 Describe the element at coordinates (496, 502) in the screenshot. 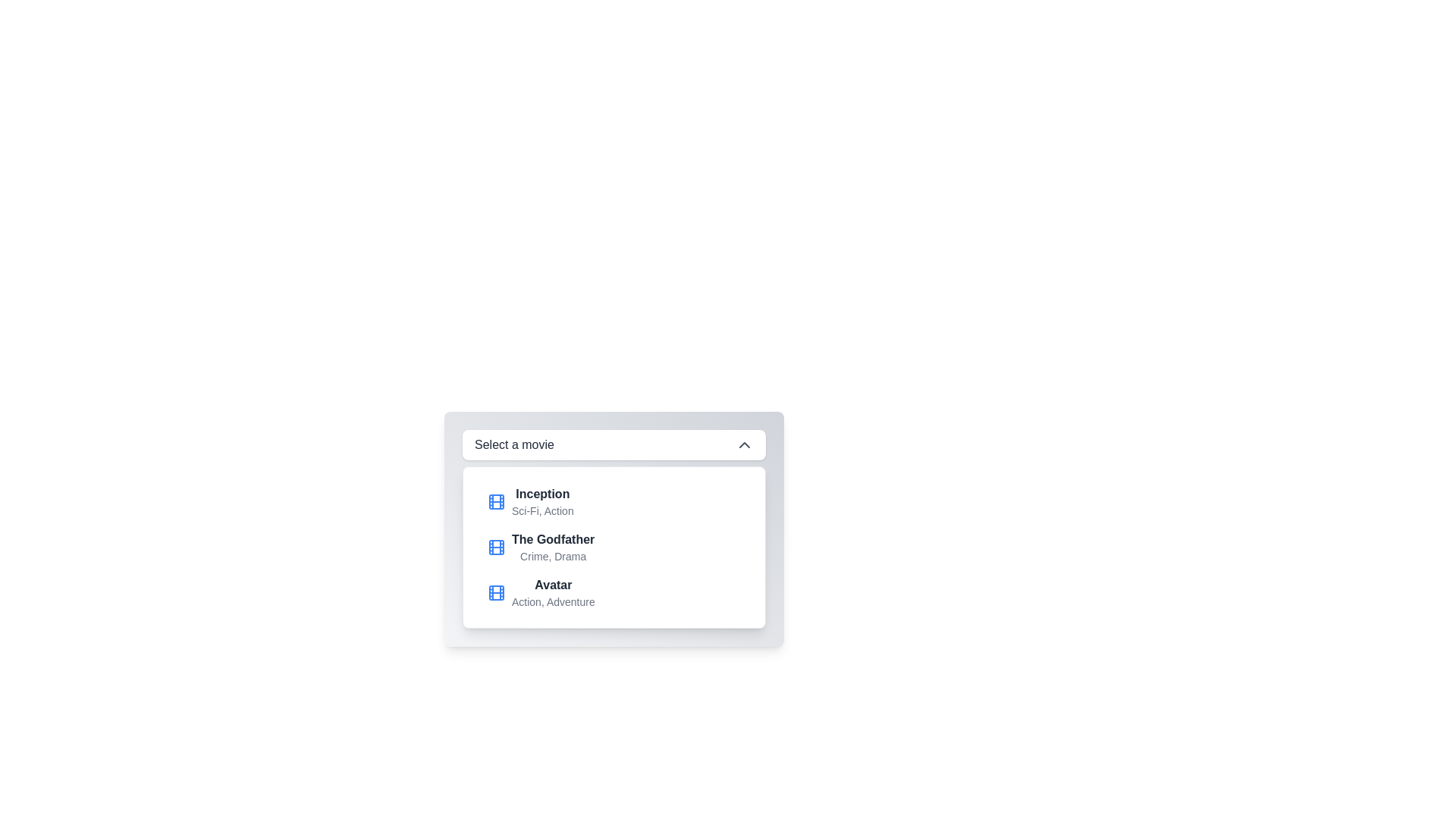

I see `the movie icon representing 'Inception', which features a distinctive rectangle at its top-left corner as part of its design` at that location.